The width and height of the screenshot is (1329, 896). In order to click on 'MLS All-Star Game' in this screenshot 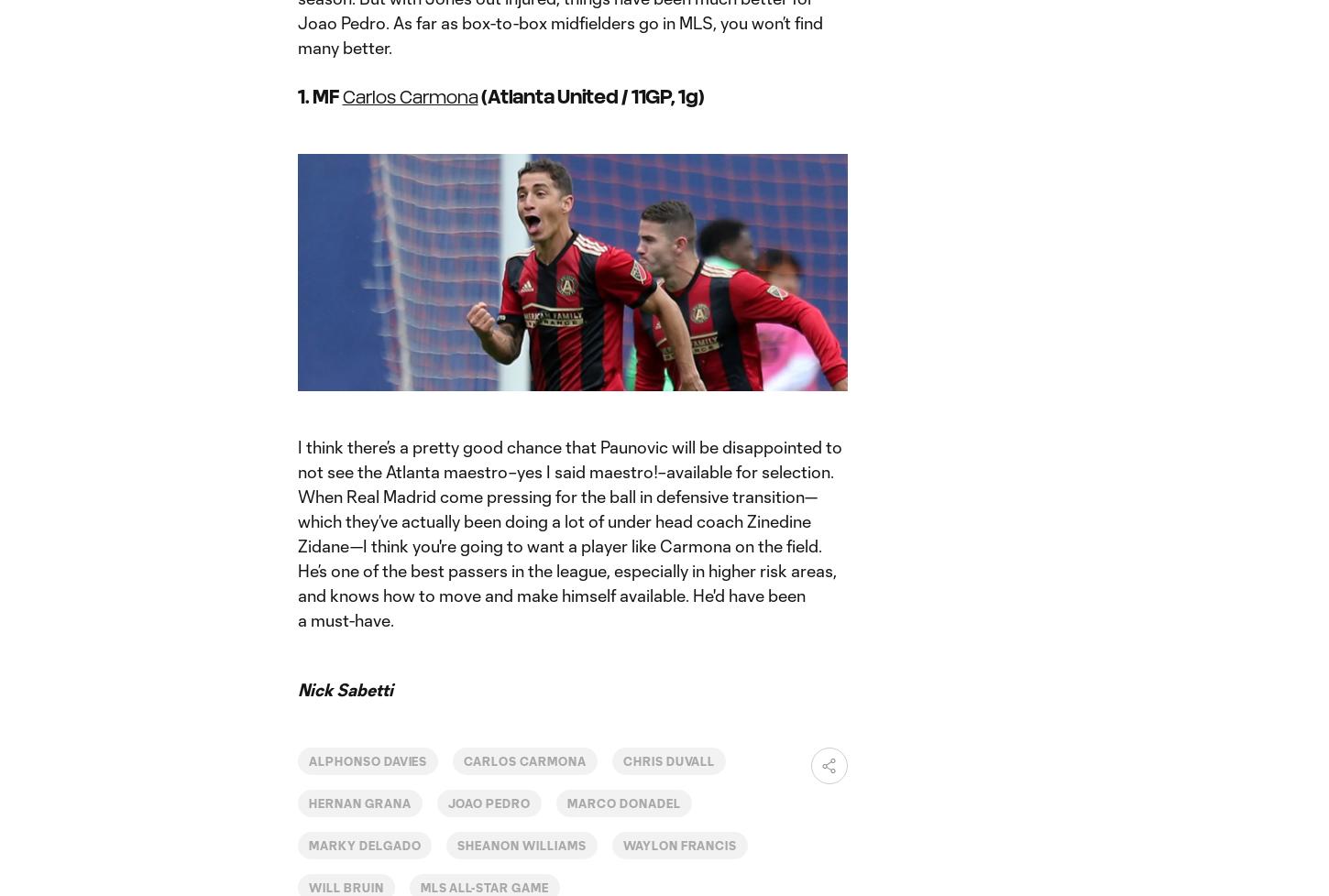, I will do `click(483, 886)`.